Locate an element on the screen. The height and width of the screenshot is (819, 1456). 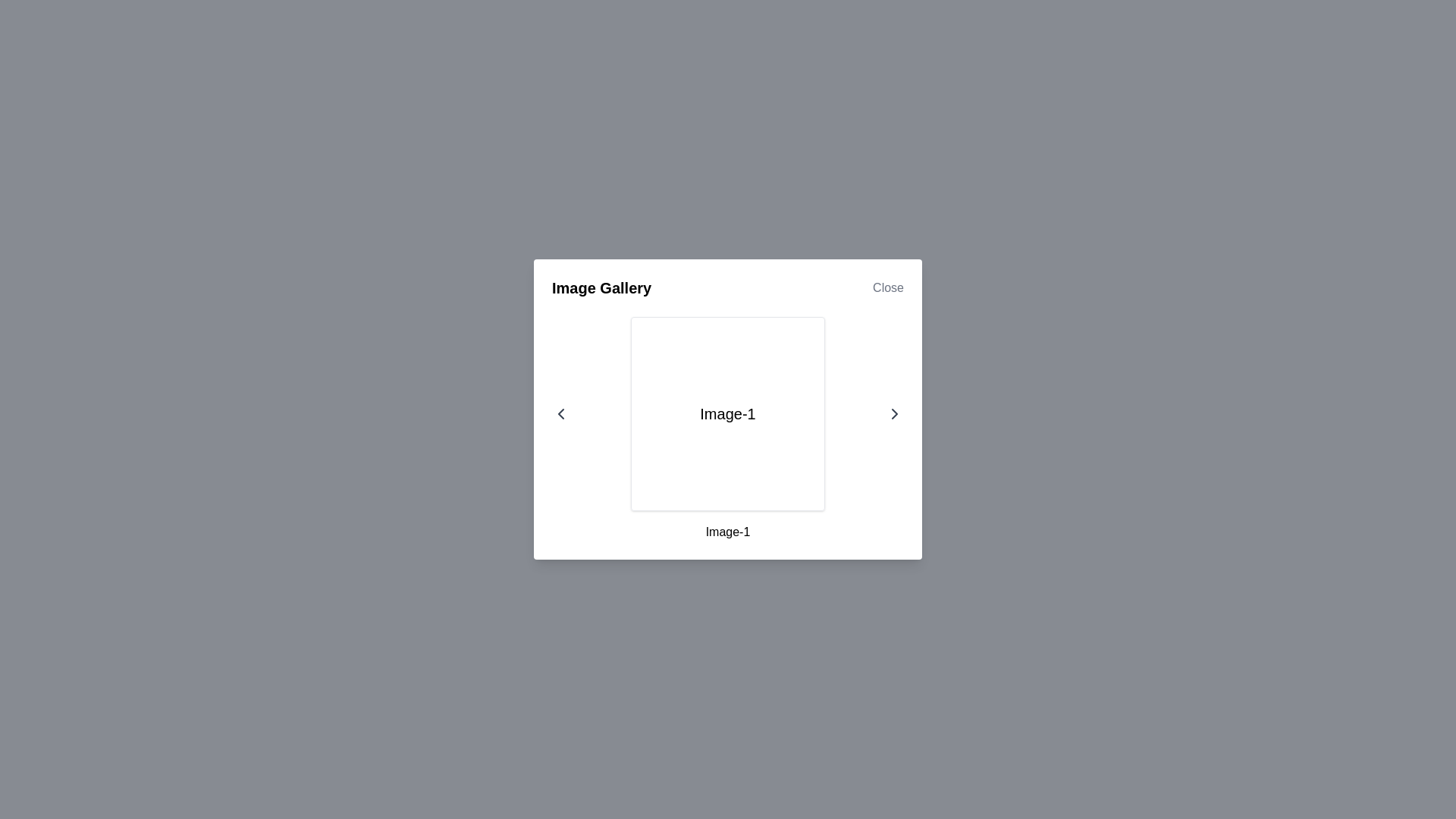
the left arrow button to navigate to the previous image in the gallery is located at coordinates (560, 414).